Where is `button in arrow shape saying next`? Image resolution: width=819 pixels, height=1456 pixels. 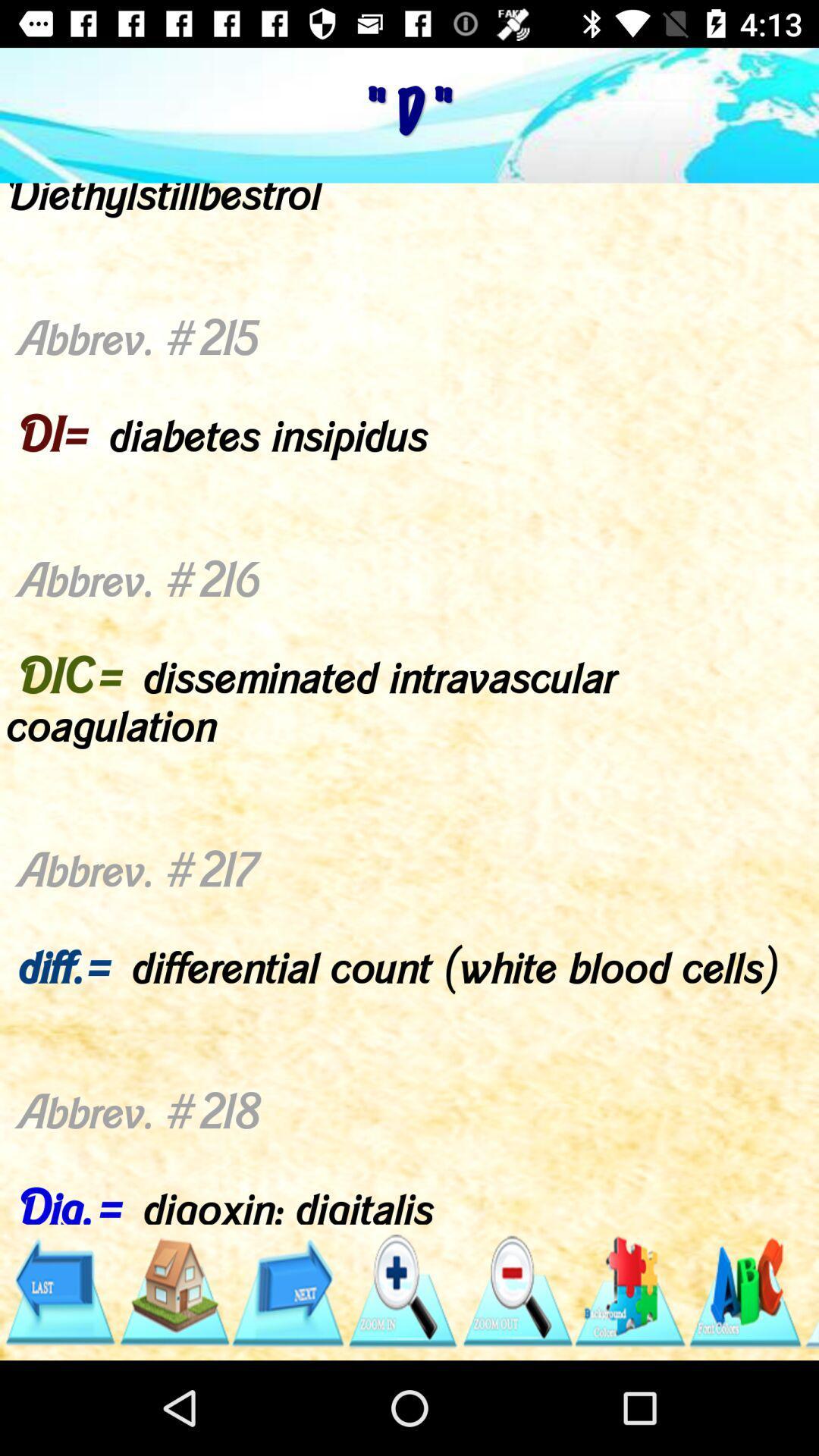
button in arrow shape saying next is located at coordinates (287, 1291).